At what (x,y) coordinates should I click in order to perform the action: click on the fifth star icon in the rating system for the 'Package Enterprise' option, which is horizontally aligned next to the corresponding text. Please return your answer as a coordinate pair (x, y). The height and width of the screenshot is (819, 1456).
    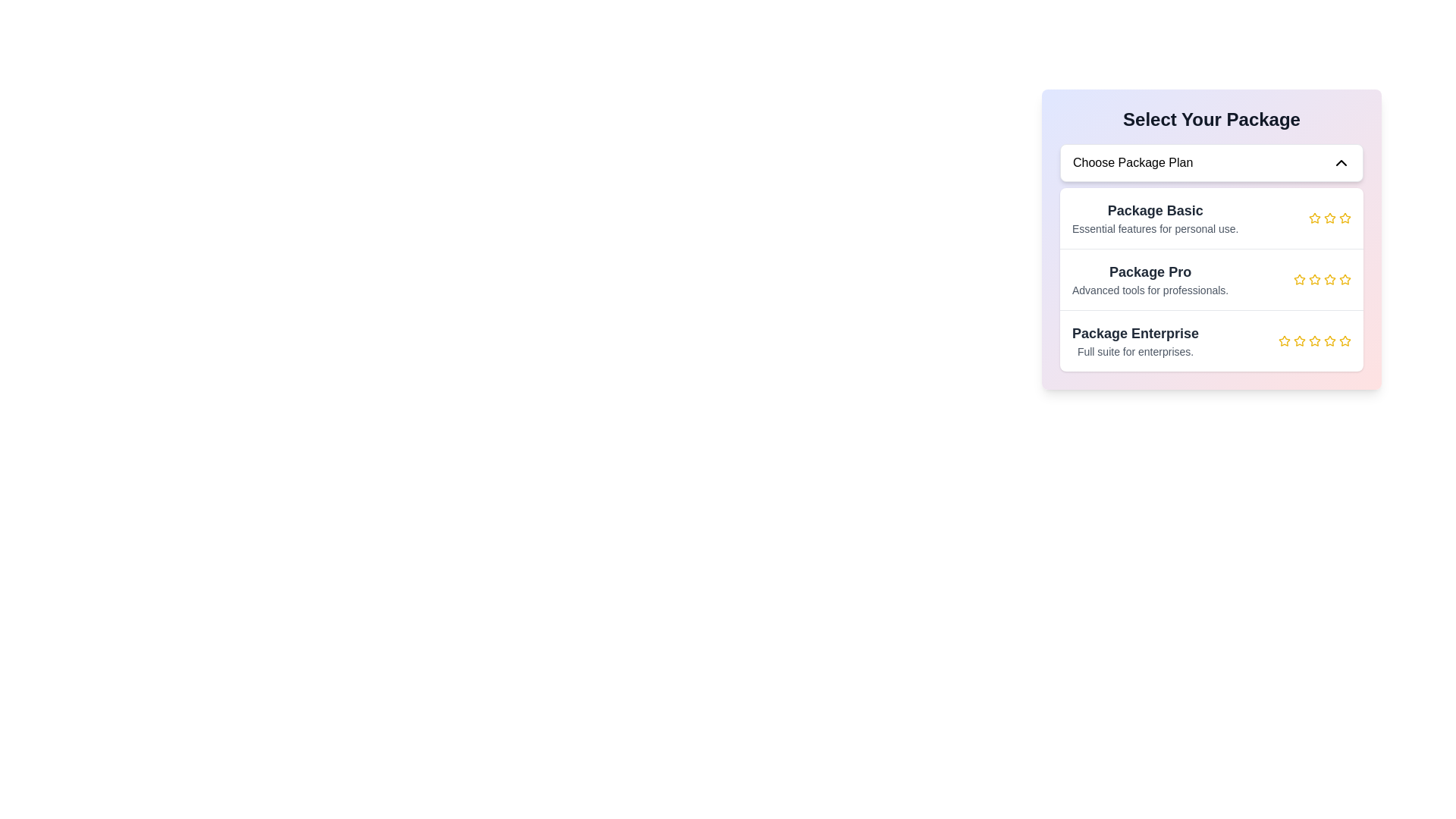
    Looking at the image, I should click on (1345, 341).